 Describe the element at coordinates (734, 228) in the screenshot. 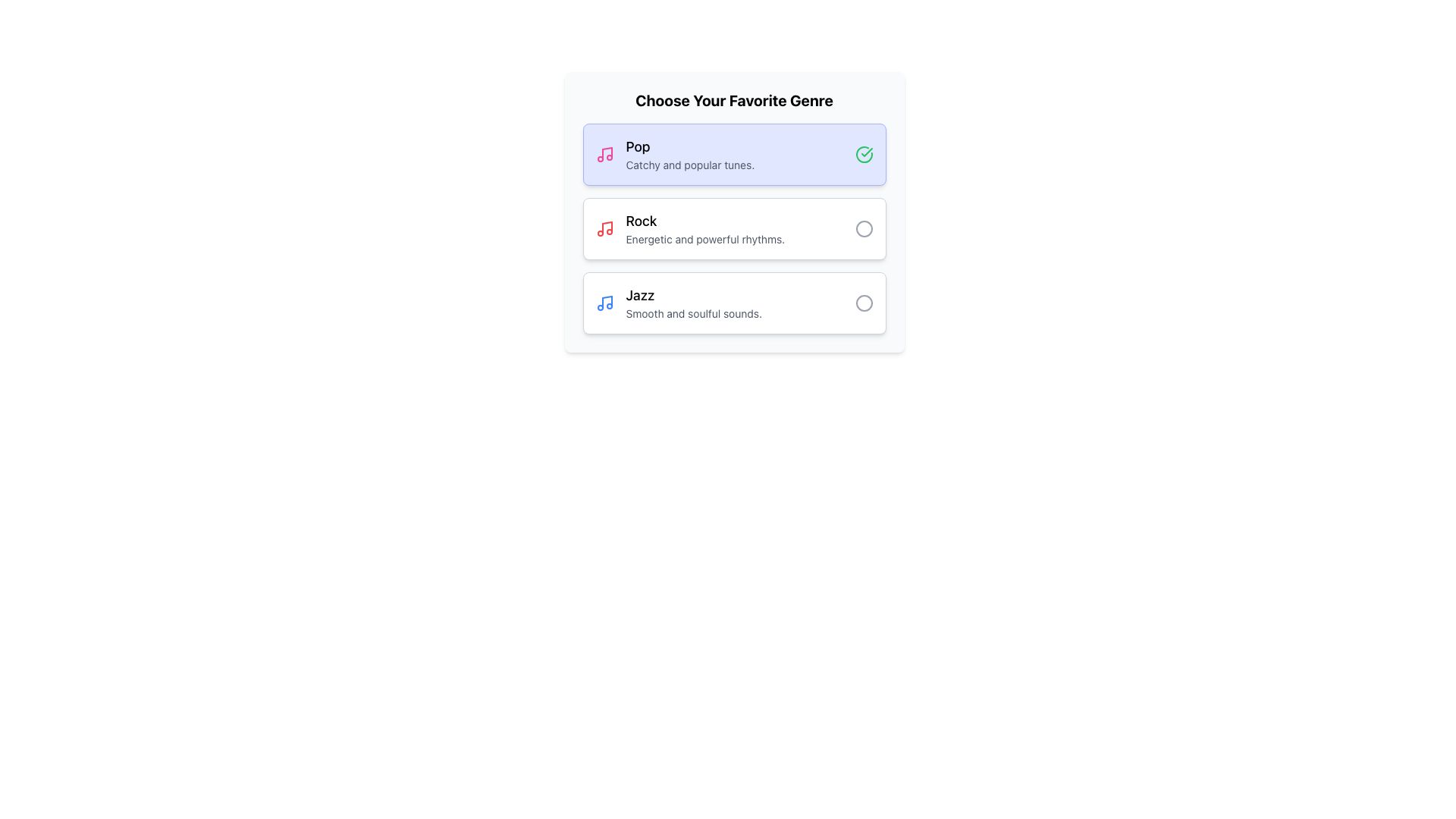

I see `the 'Rock' music genre button, which is the second card in a vertical list of music genres (Pop, Rock, Jazz) to observe any hover effects` at that location.